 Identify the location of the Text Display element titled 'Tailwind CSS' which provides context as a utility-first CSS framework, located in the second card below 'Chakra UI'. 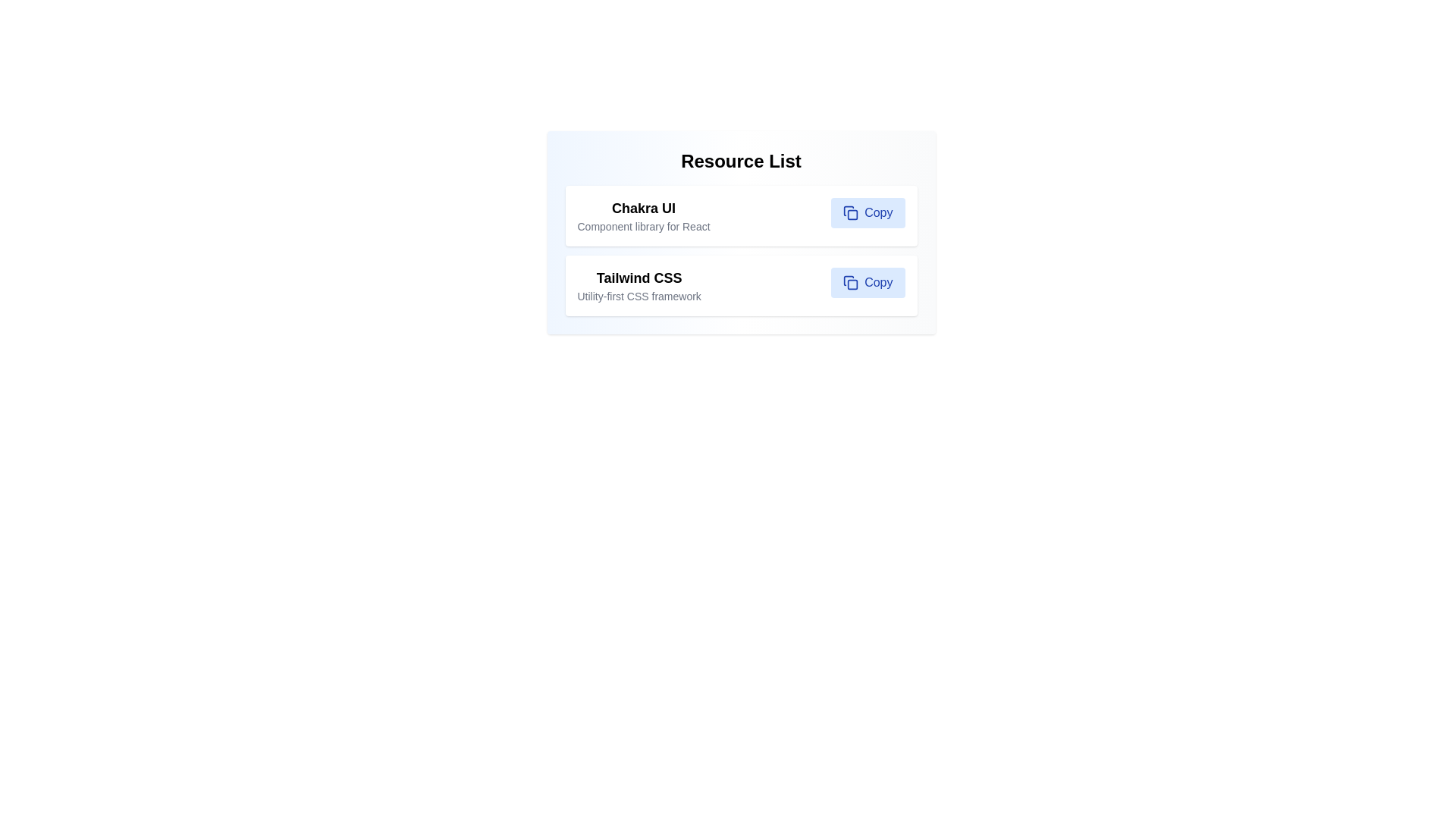
(639, 286).